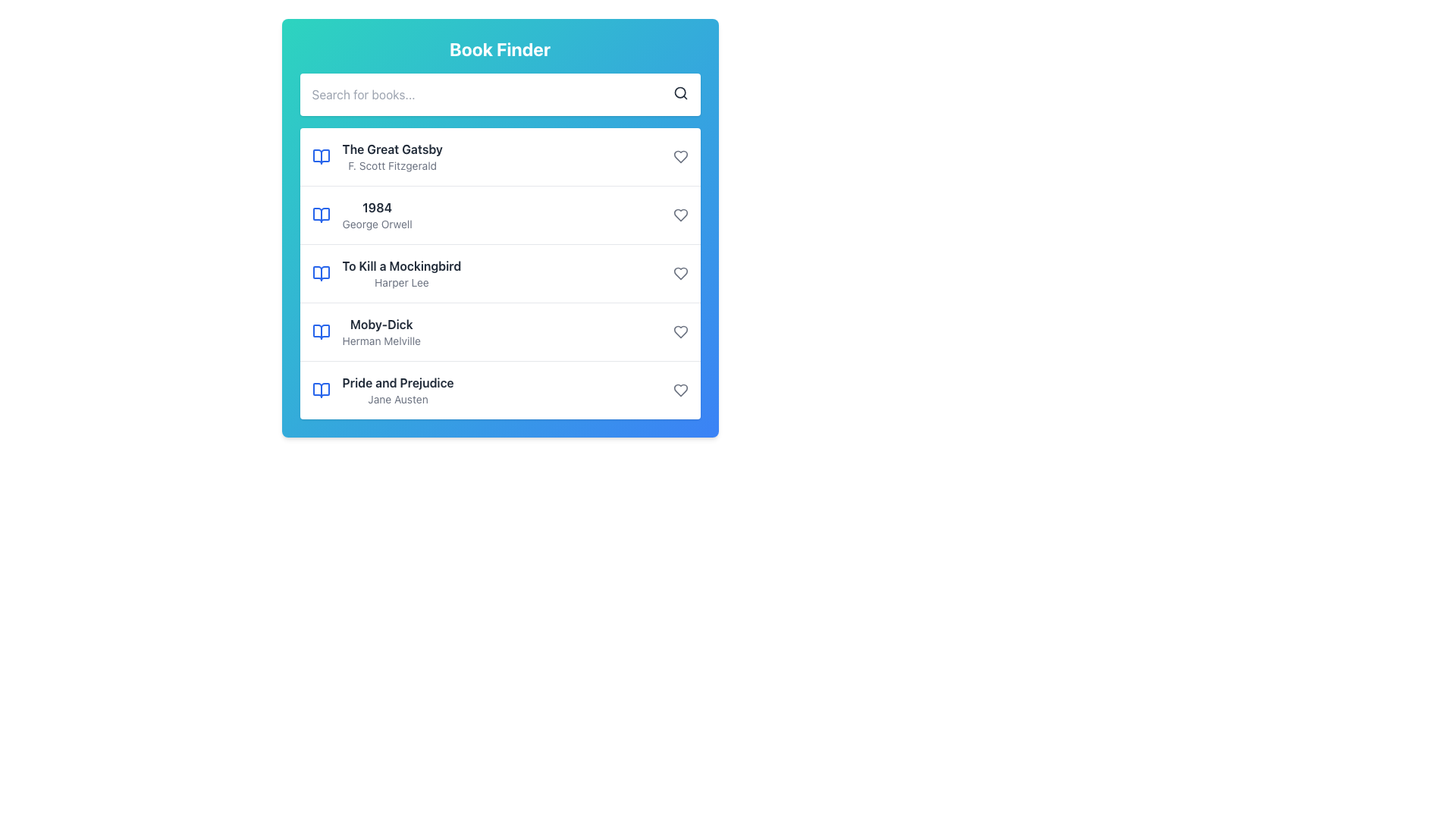  What do you see at coordinates (320, 157) in the screenshot?
I see `the open book icon representing 'The Great Gatsby' by F. Scott Fitzgerald, which is styled with blue strokes and is the first item in a list of similar icons` at bounding box center [320, 157].